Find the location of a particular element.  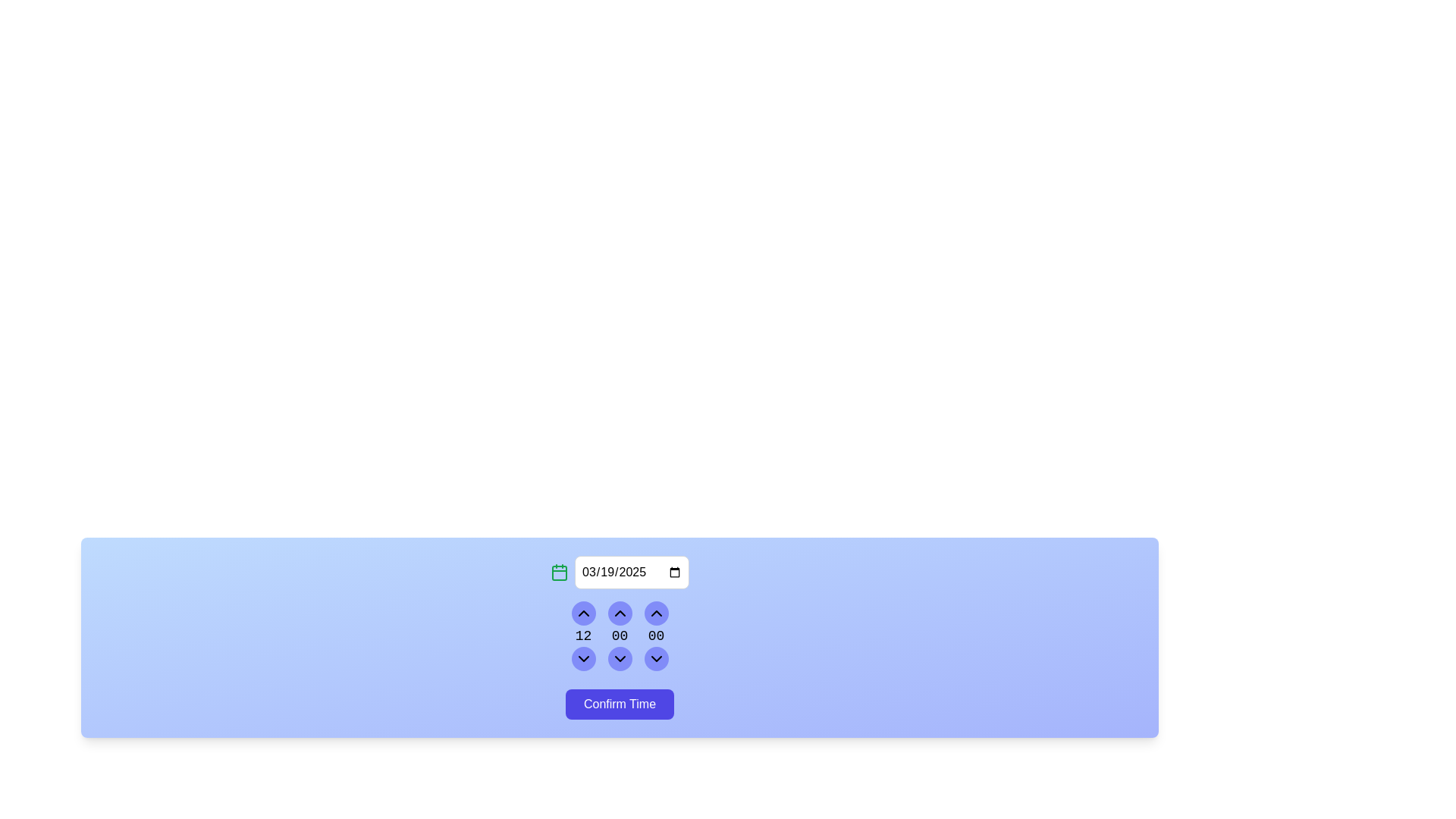

the decrement seconds icon located in the bottom row, middle column of the time selection interface to decrease the seconds value is located at coordinates (656, 657).